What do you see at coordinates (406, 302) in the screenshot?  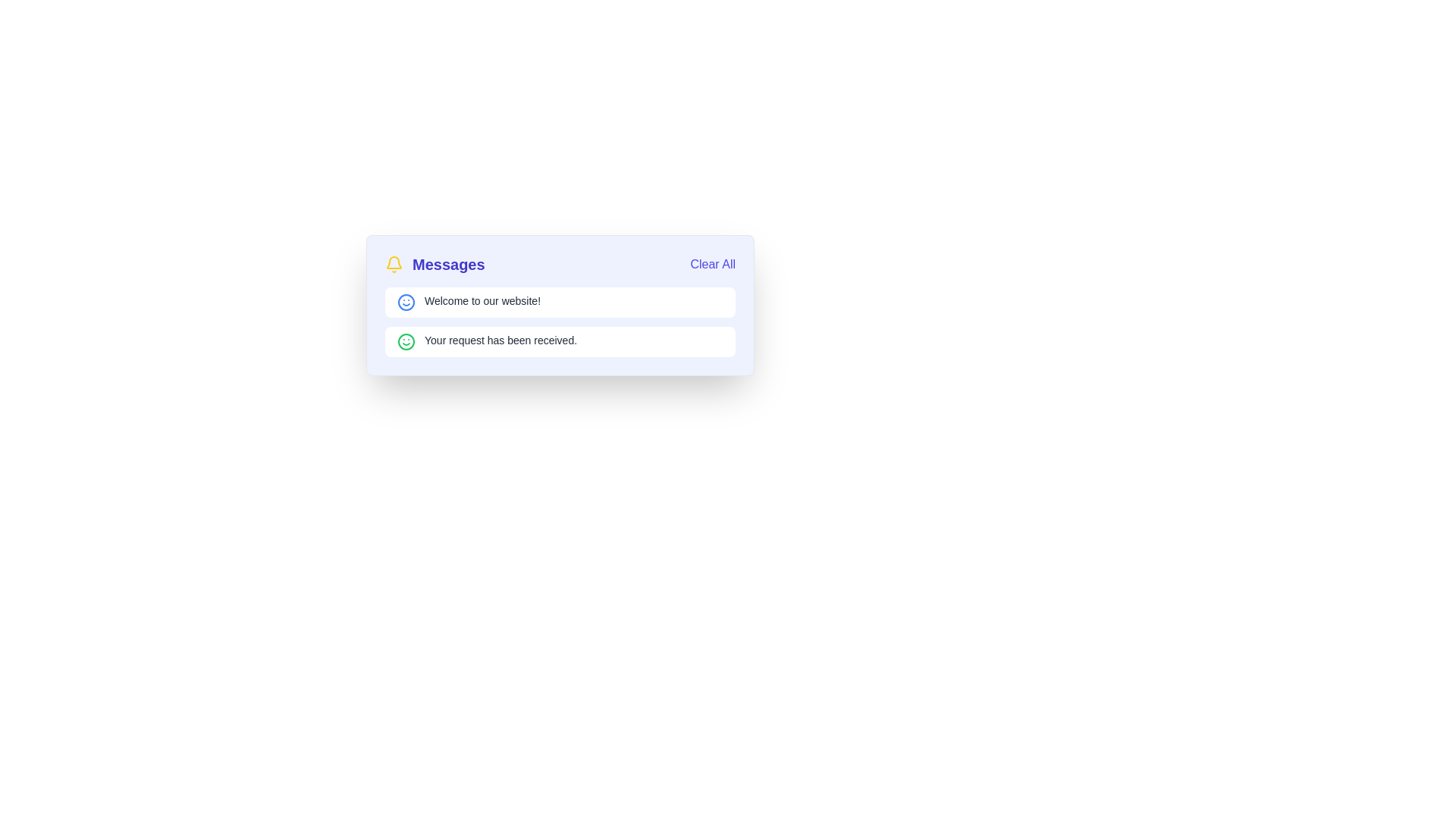 I see `the blue SVG icon with a circular outline and two dots for eyes, located to the left of the text 'Welcome to our website!' within the notification card` at bounding box center [406, 302].